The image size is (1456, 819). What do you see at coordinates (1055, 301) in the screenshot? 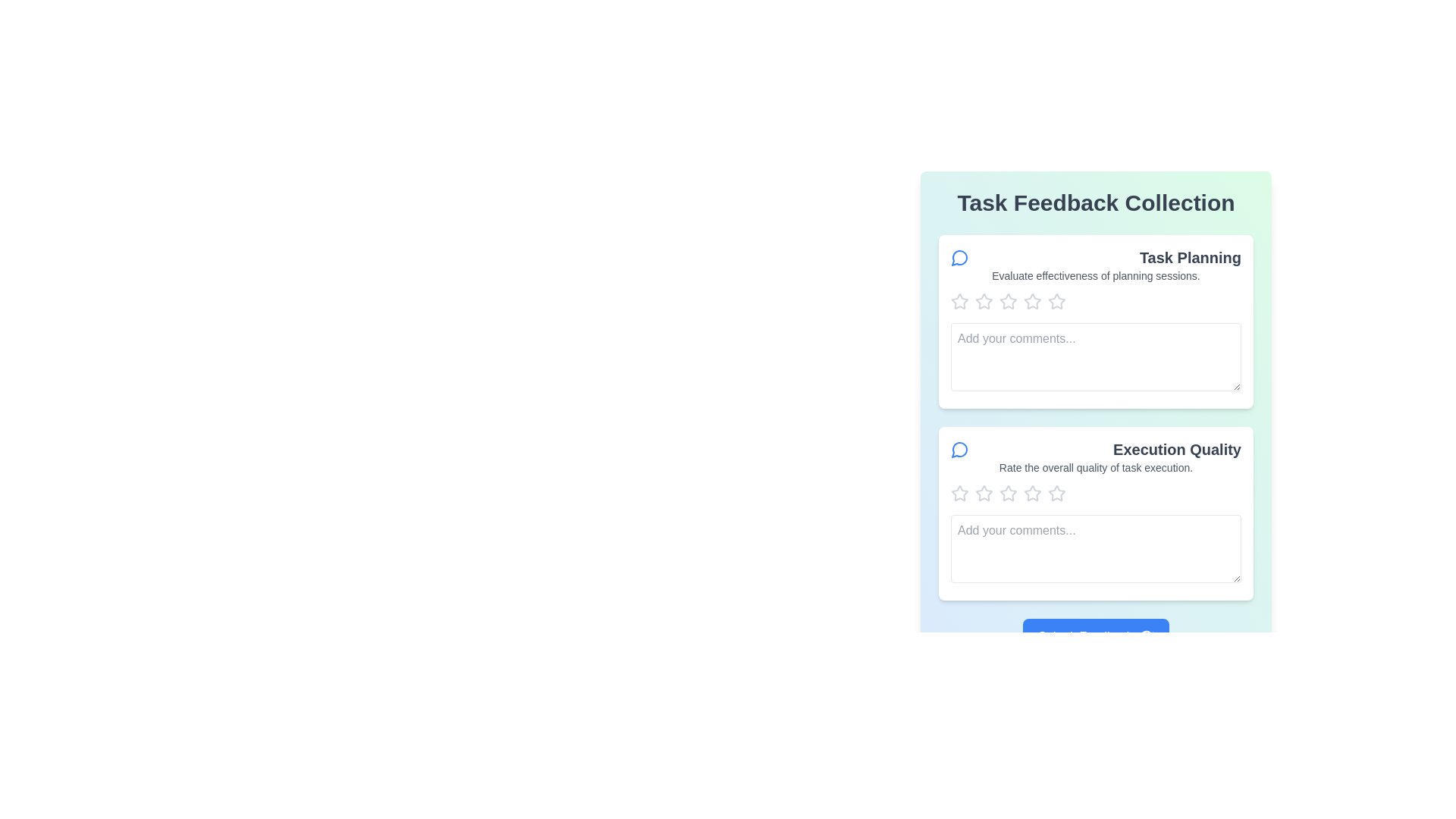
I see `the fourth star icon from the left in the rating section of the 'Task Planning' feedback area` at bounding box center [1055, 301].